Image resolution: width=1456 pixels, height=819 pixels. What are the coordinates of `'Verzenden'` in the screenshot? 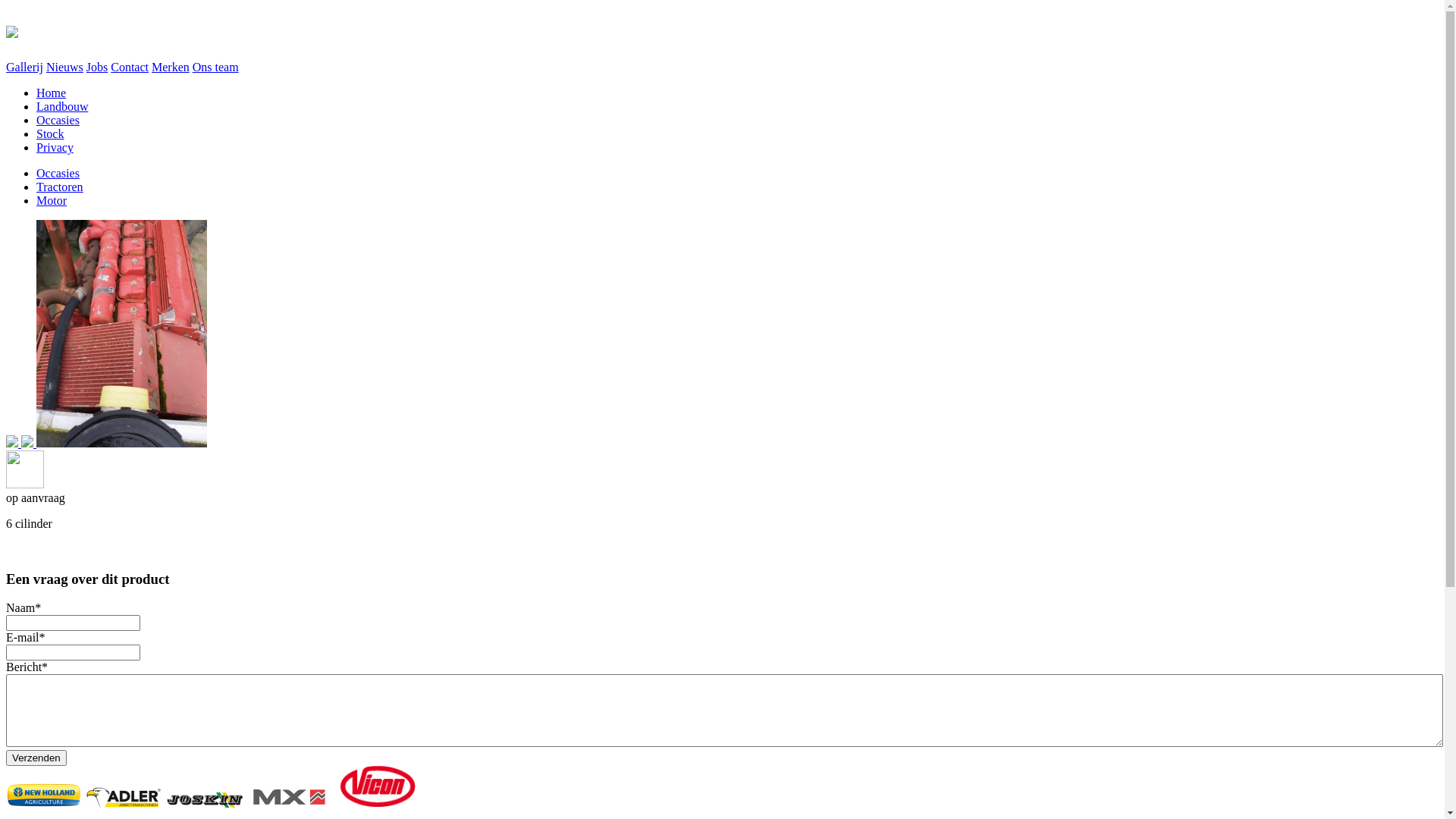 It's located at (36, 758).